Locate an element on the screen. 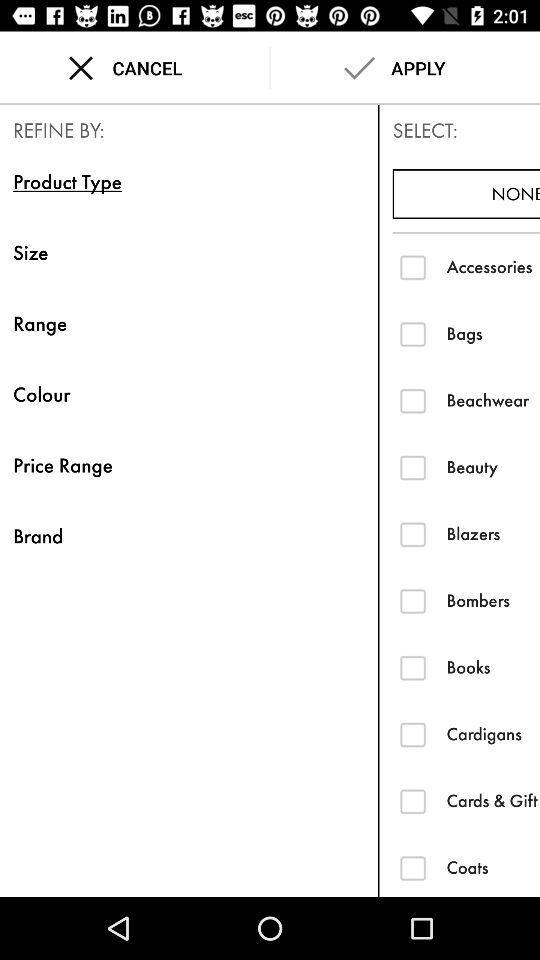 The height and width of the screenshot is (960, 540). the none is located at coordinates (466, 194).